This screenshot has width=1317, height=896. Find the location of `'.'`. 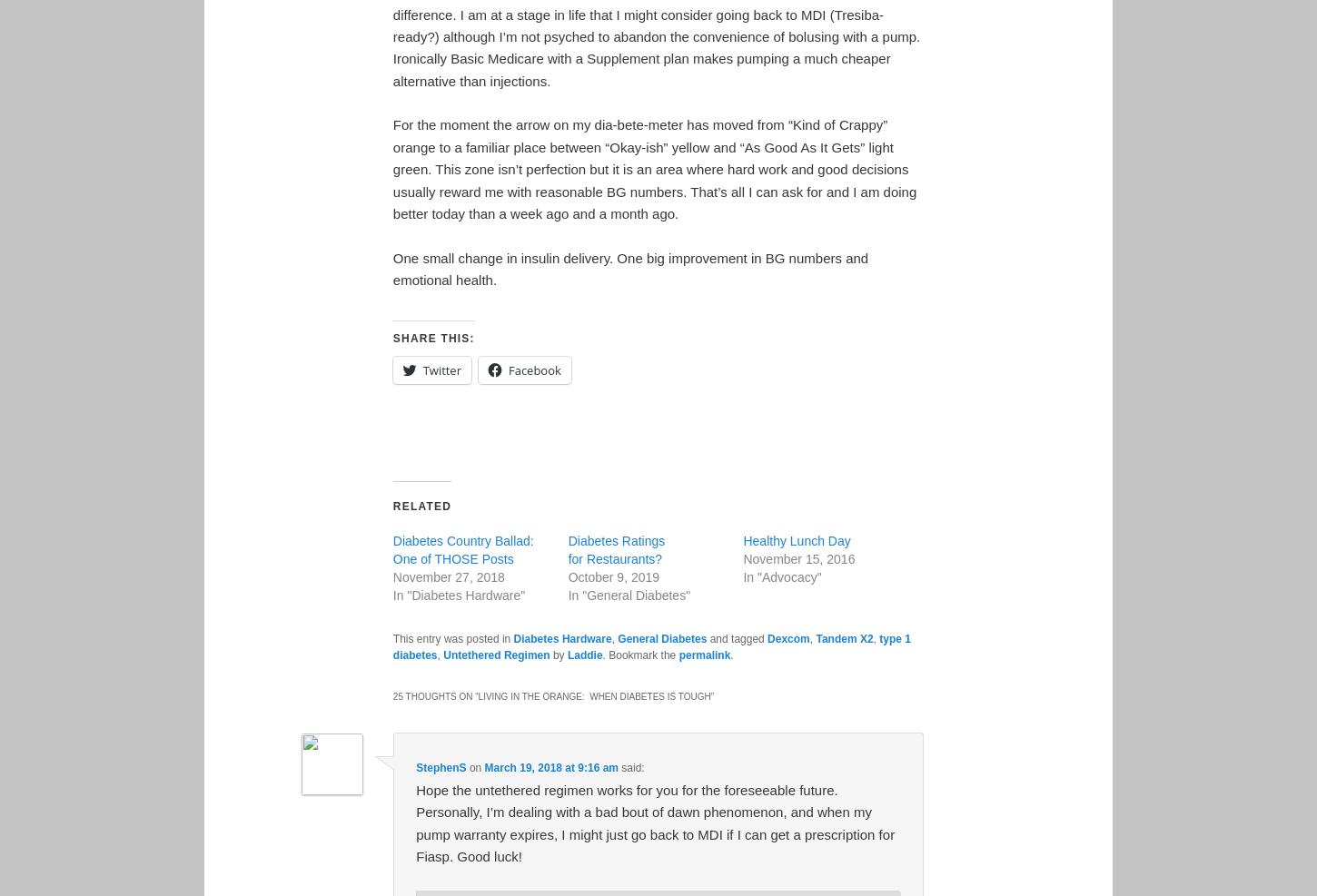

'.' is located at coordinates (730, 654).